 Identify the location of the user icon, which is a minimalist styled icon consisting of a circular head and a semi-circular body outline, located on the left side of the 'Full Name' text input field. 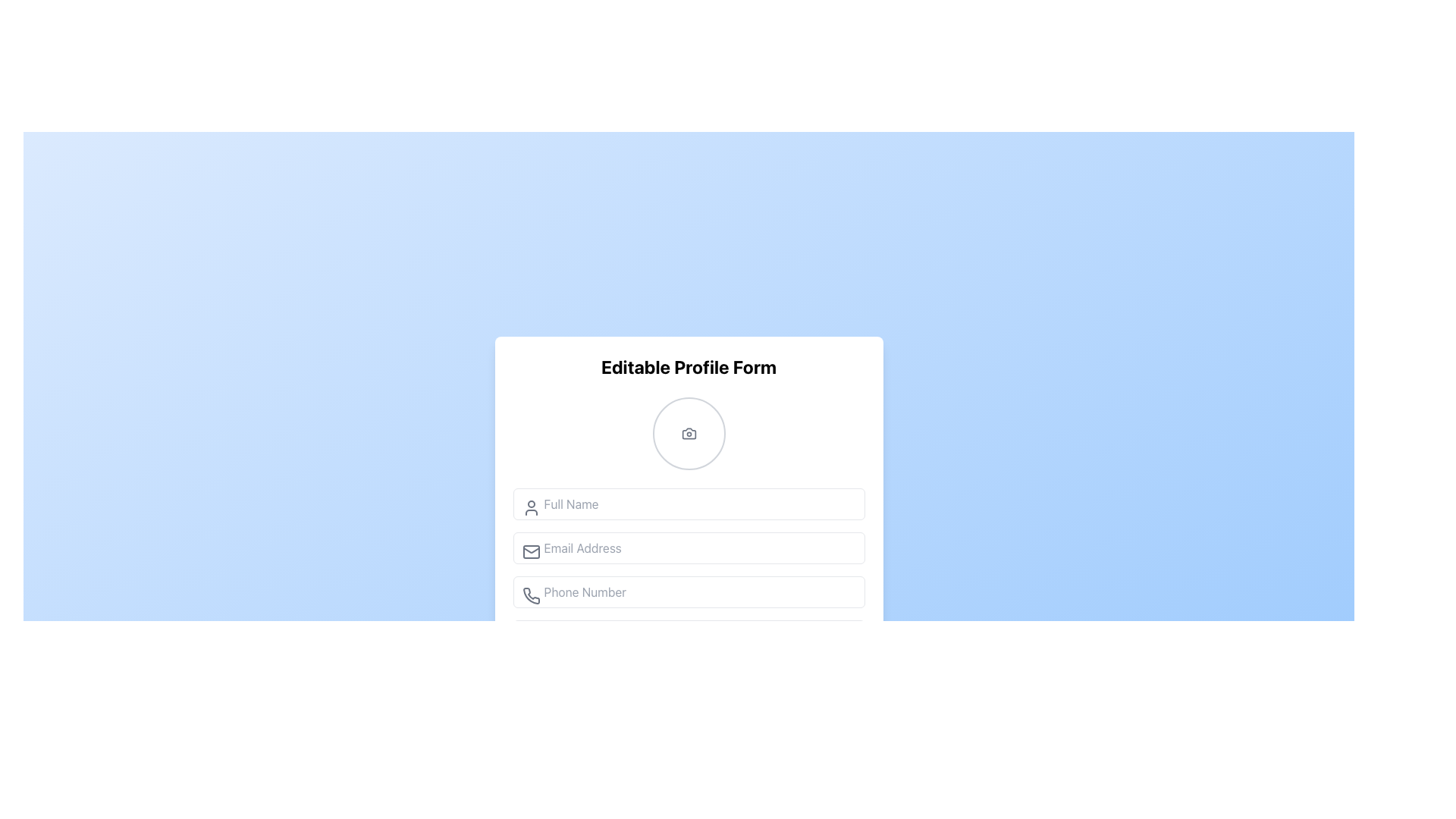
(531, 508).